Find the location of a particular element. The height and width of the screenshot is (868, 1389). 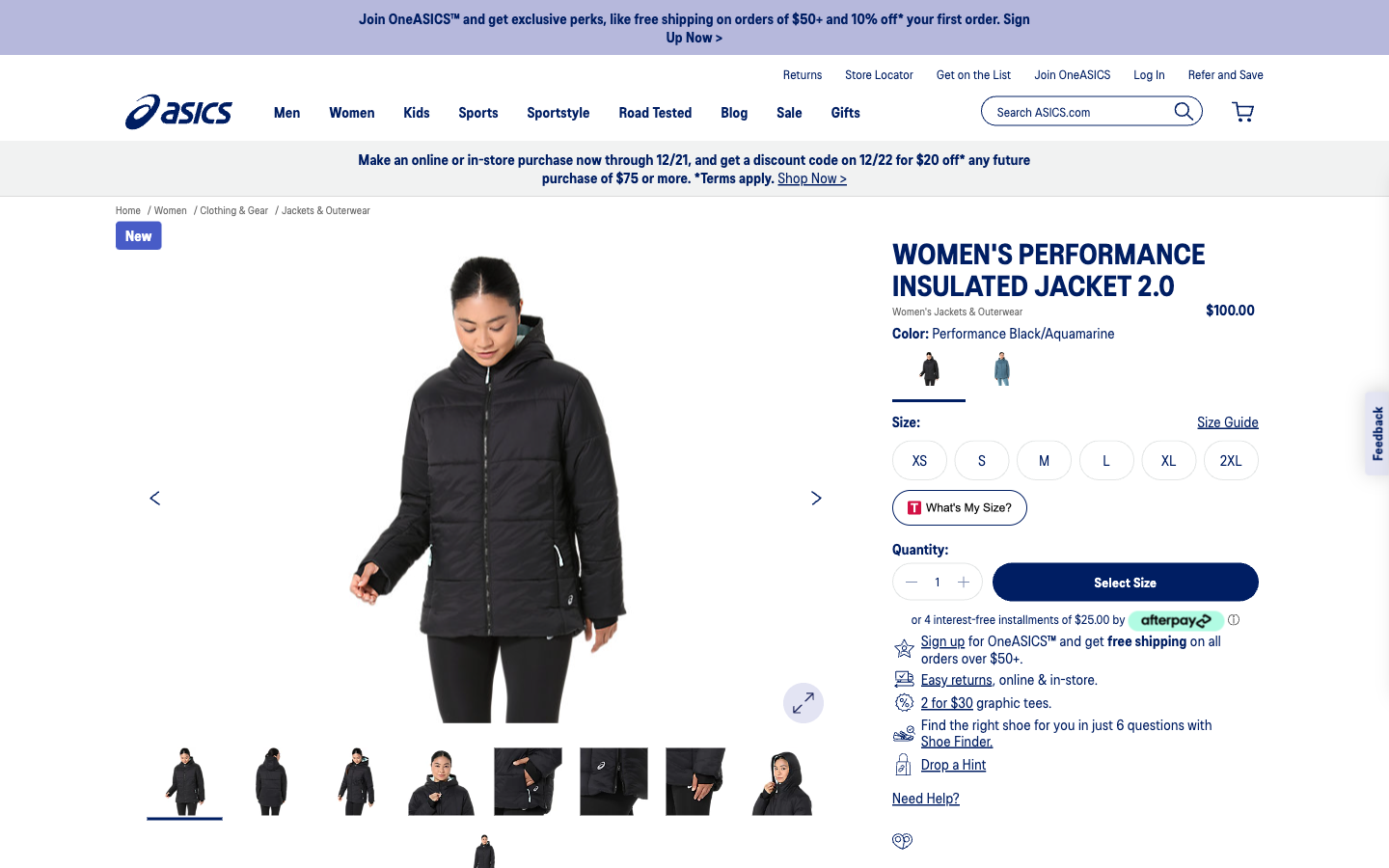

enlarge the image to see the clothes in detail is located at coordinates (803, 702).